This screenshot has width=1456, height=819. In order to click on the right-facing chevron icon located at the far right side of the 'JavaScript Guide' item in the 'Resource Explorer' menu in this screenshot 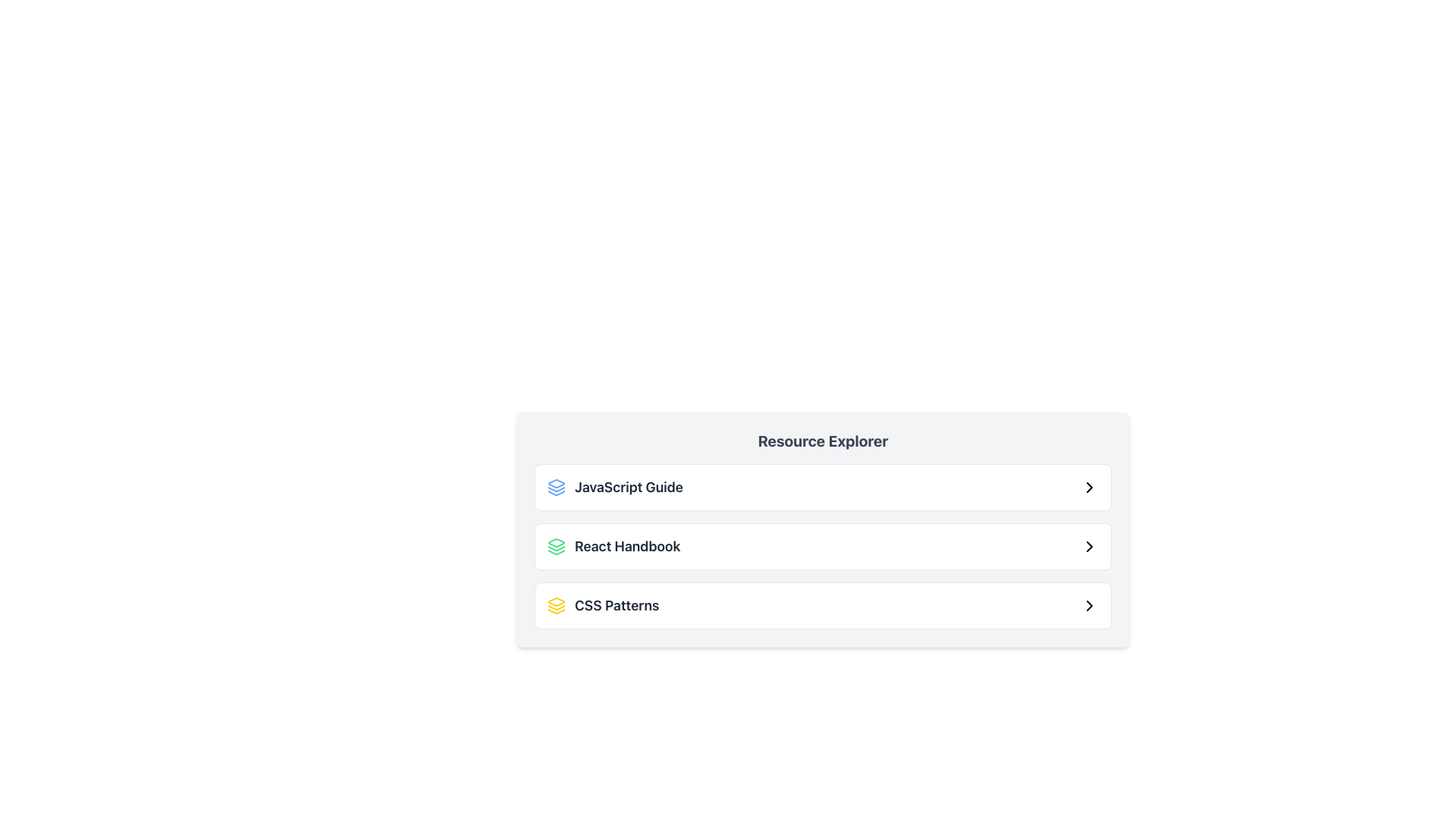, I will do `click(1088, 488)`.